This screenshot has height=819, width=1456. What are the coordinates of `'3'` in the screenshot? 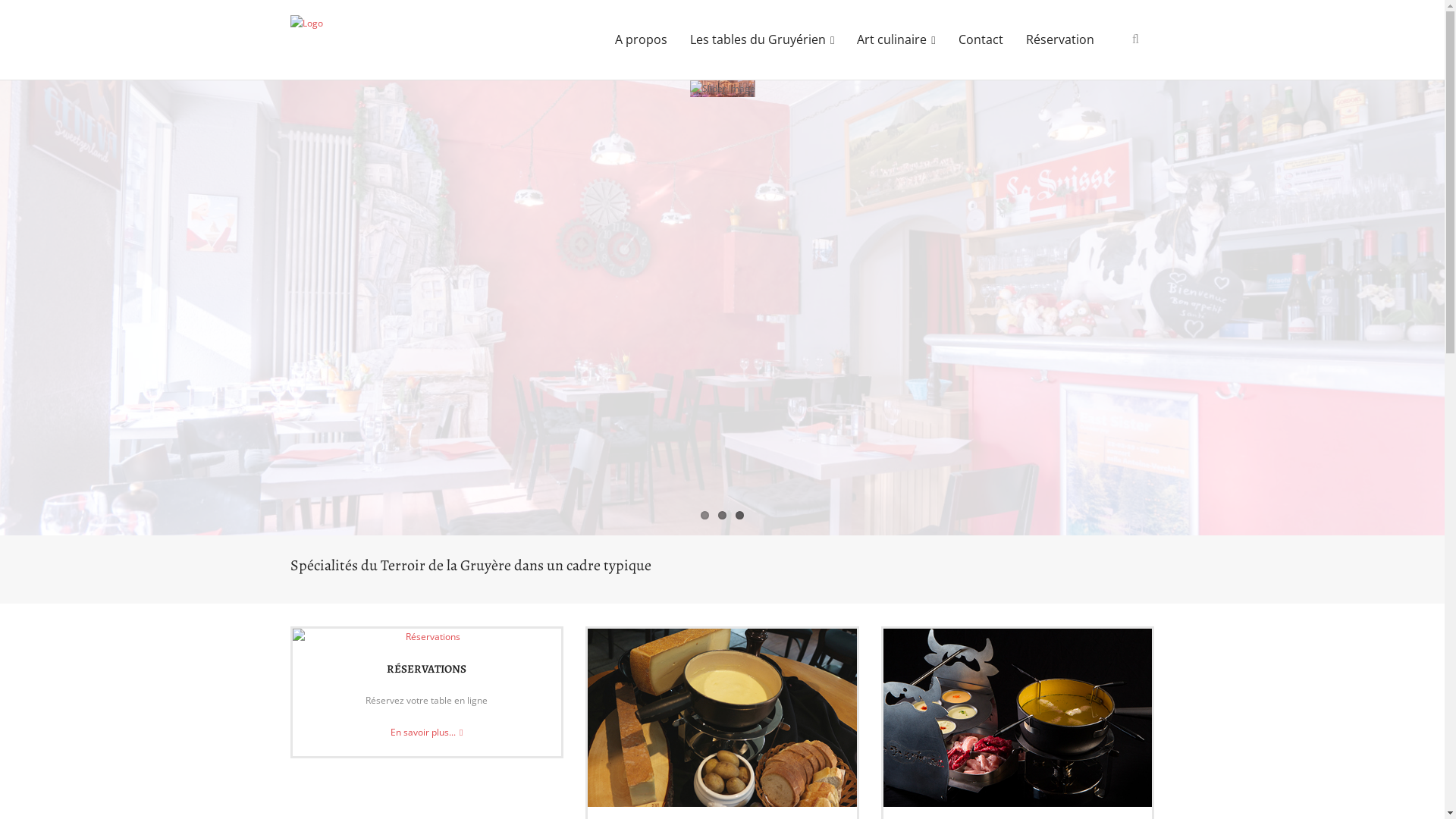 It's located at (739, 514).